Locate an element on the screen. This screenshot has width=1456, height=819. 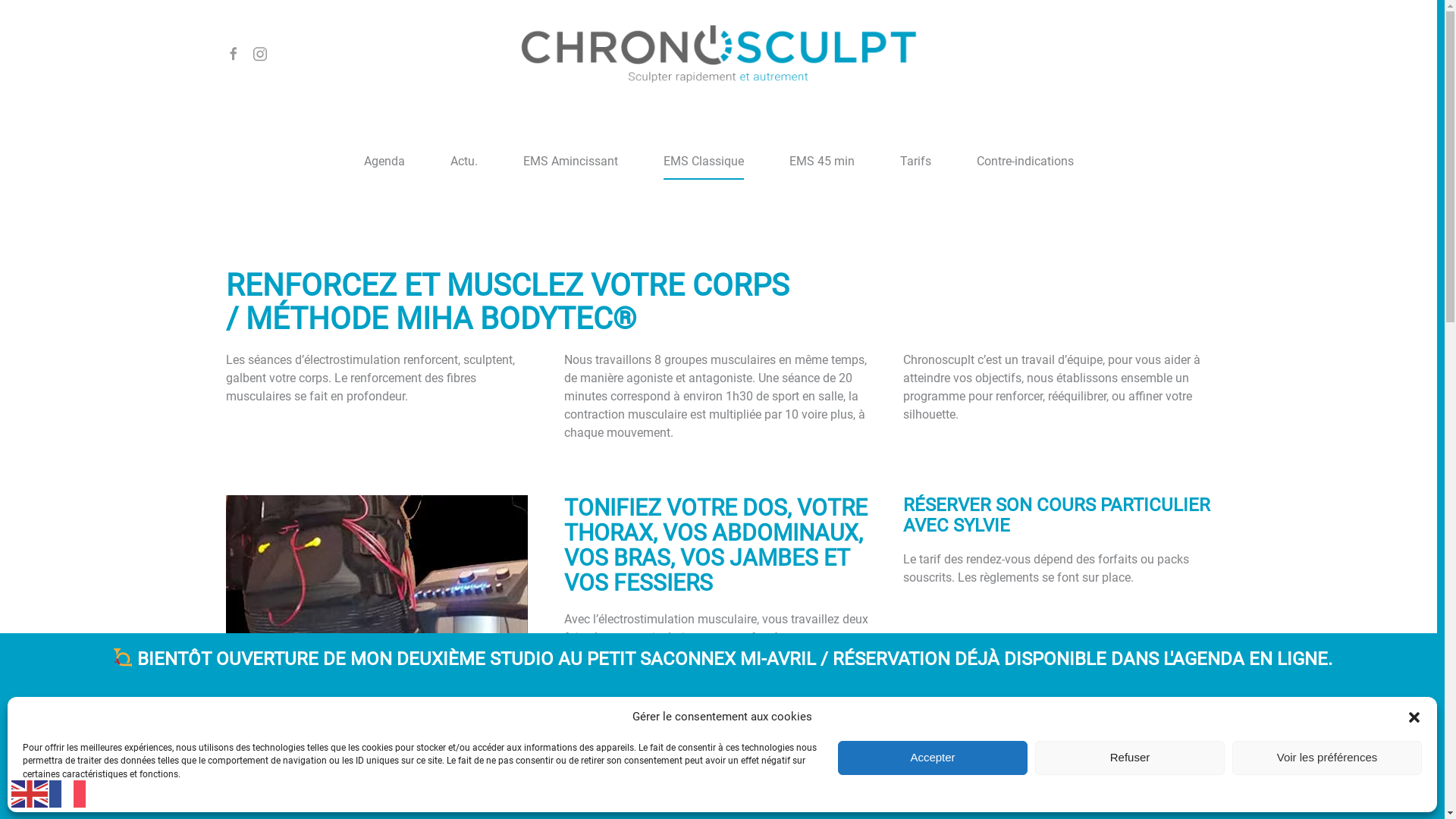
'Accepter' is located at coordinates (931, 757).